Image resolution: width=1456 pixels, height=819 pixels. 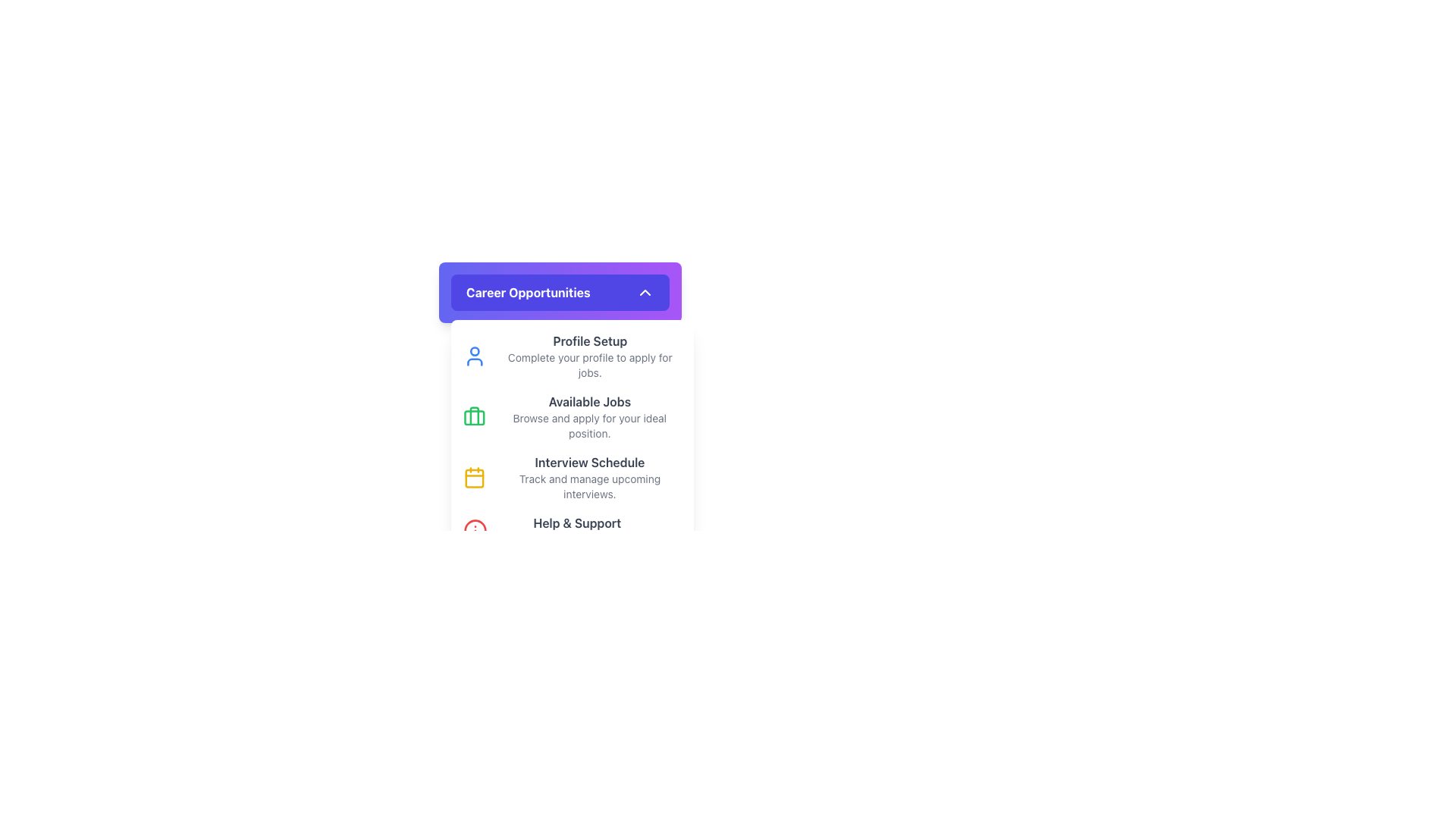 I want to click on the collapsible header button that toggles the visibility of the content below it, revealing hover effects, so click(x=560, y=292).